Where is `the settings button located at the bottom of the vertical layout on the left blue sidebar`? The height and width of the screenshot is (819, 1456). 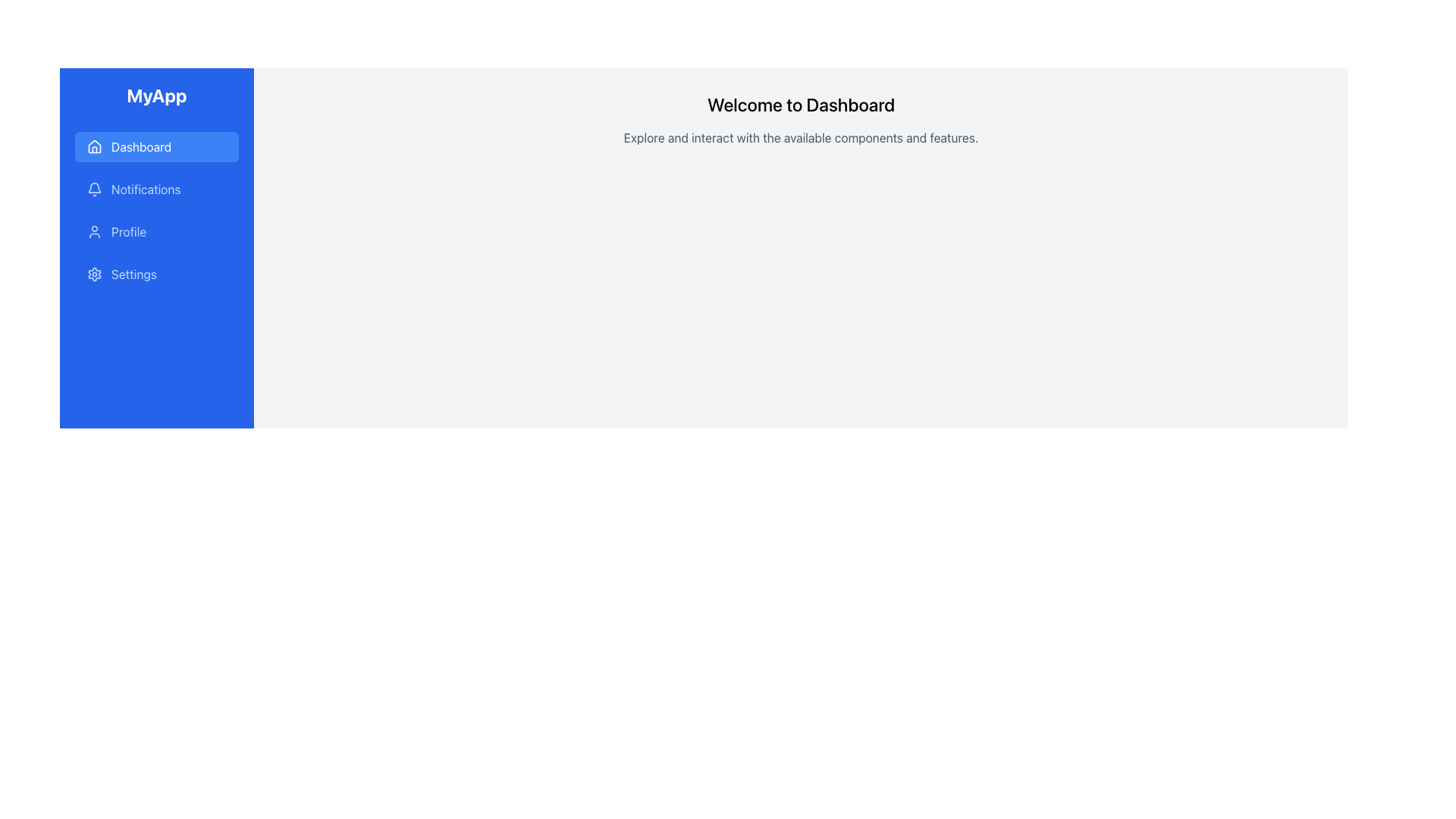
the settings button located at the bottom of the vertical layout on the left blue sidebar is located at coordinates (156, 275).